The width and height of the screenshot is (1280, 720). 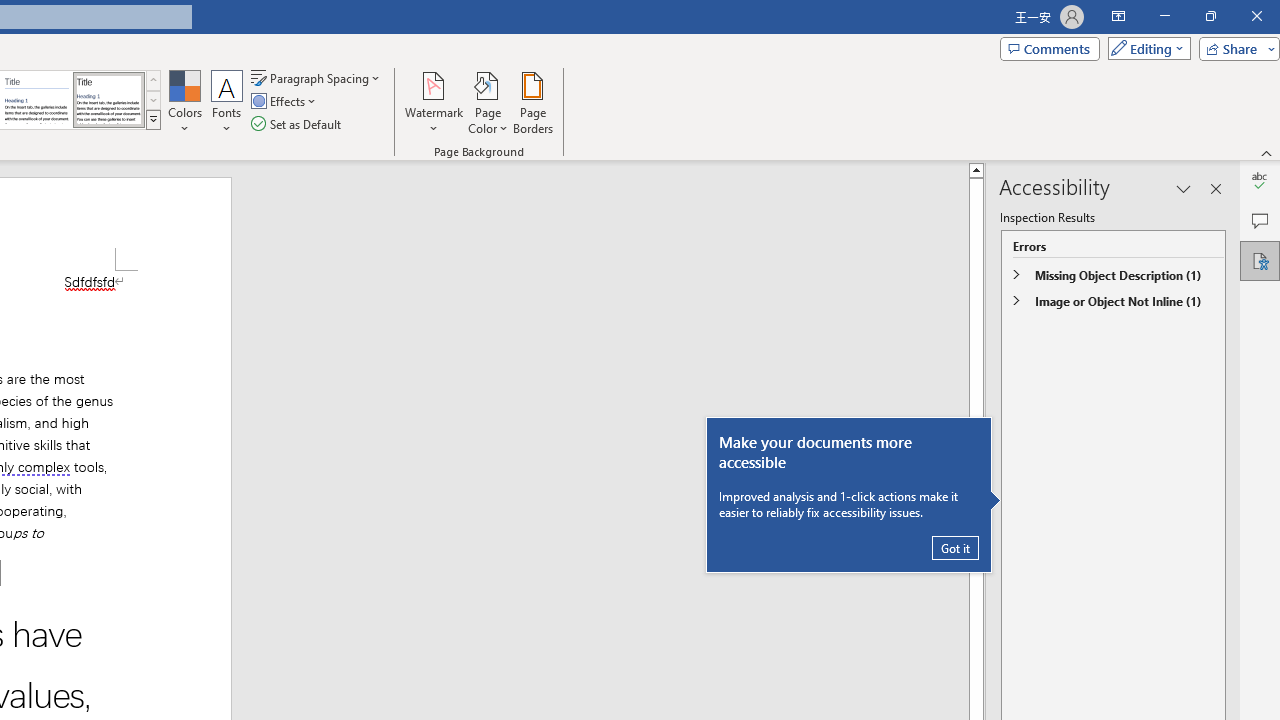 I want to click on 'Editor', so click(x=1259, y=181).